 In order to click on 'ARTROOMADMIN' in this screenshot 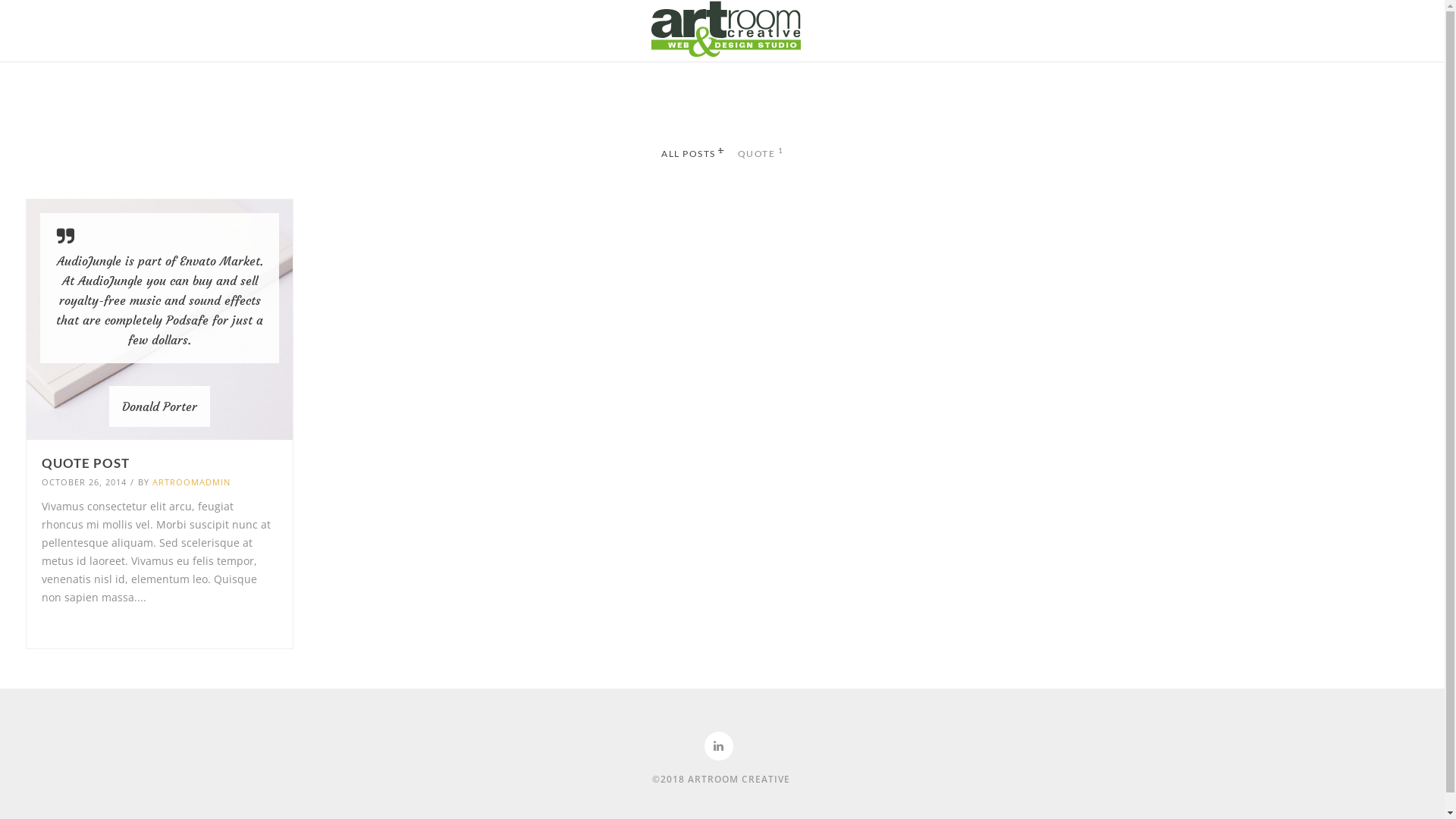, I will do `click(152, 482)`.